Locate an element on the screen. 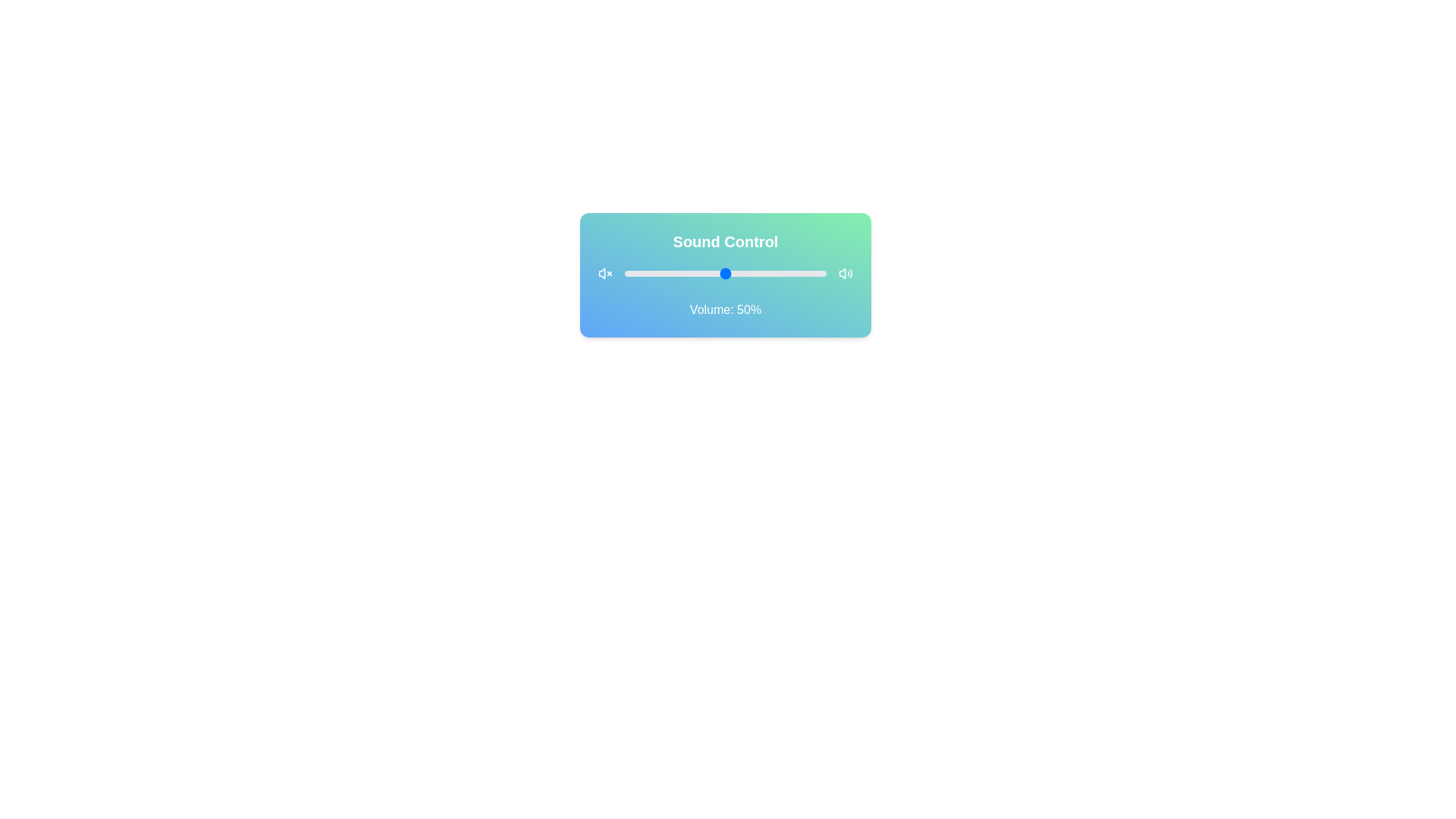 The width and height of the screenshot is (1456, 819). the volume slider is located at coordinates (749, 274).